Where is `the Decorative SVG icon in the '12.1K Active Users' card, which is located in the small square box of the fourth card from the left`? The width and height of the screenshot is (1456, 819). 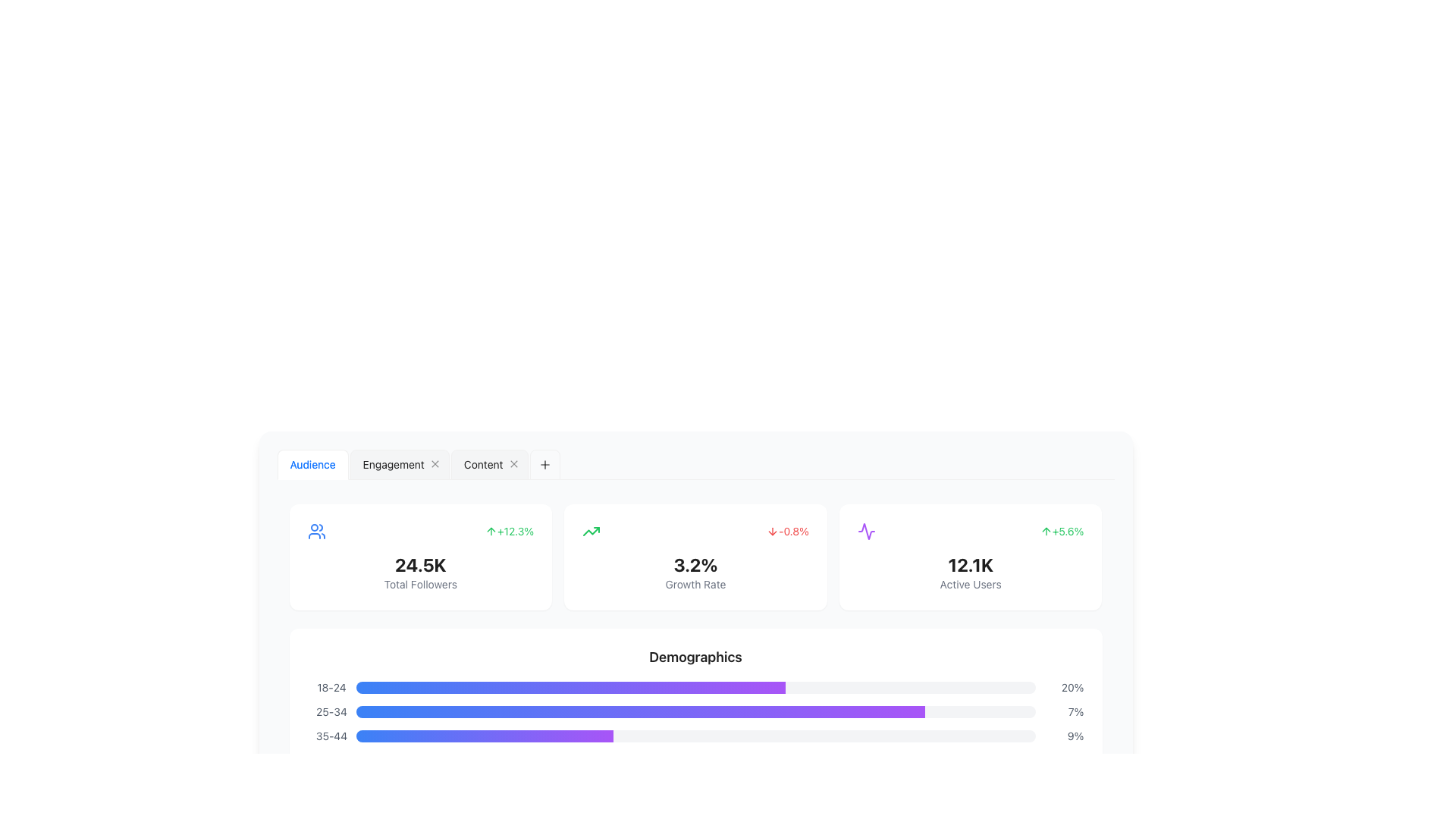 the Decorative SVG icon in the '12.1K Active Users' card, which is located in the small square box of the fourth card from the left is located at coordinates (866, 531).